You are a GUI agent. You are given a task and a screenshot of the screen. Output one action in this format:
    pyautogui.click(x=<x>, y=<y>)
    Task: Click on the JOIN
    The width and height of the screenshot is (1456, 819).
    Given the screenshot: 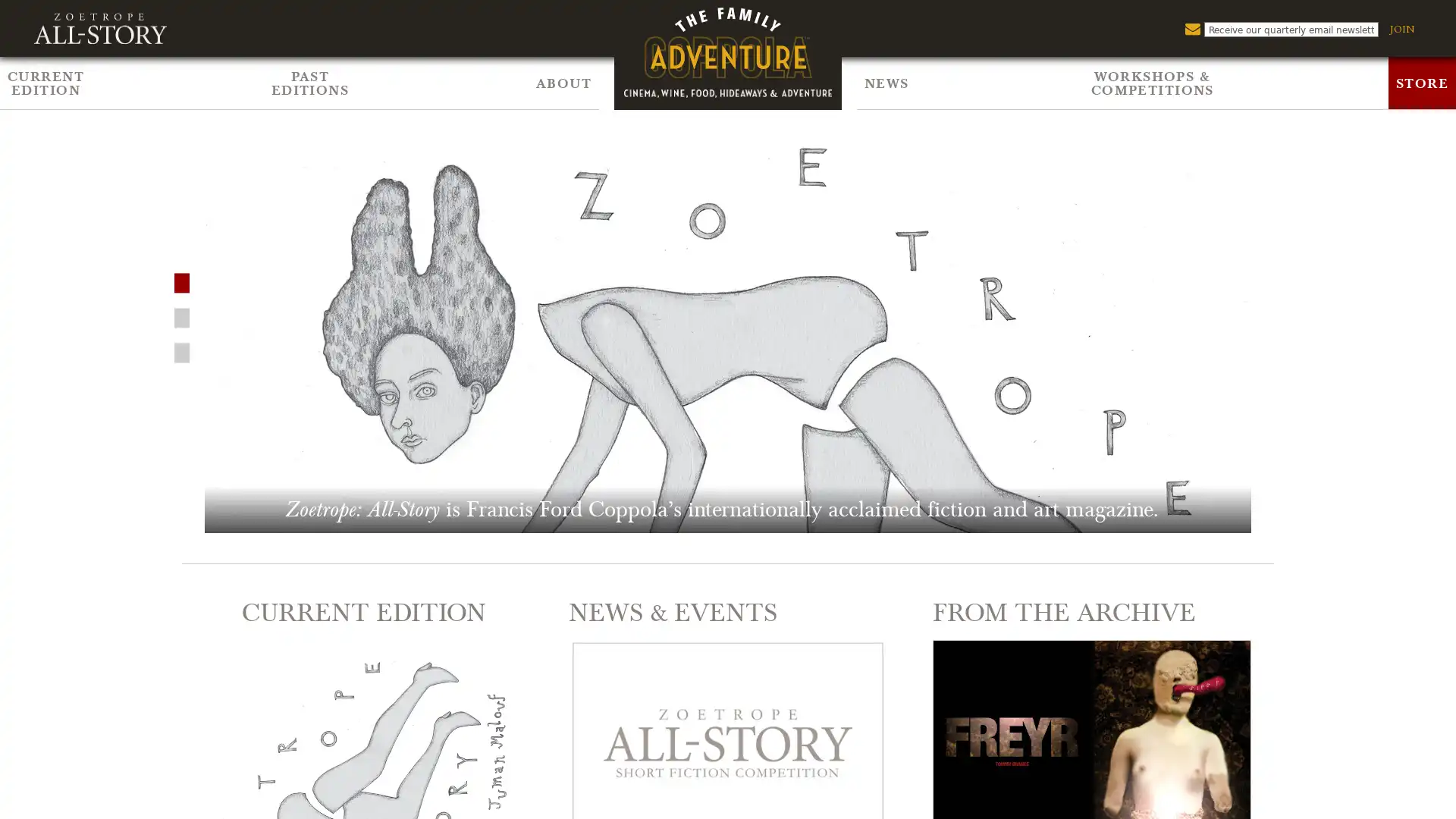 What is the action you would take?
    pyautogui.click(x=1401, y=29)
    